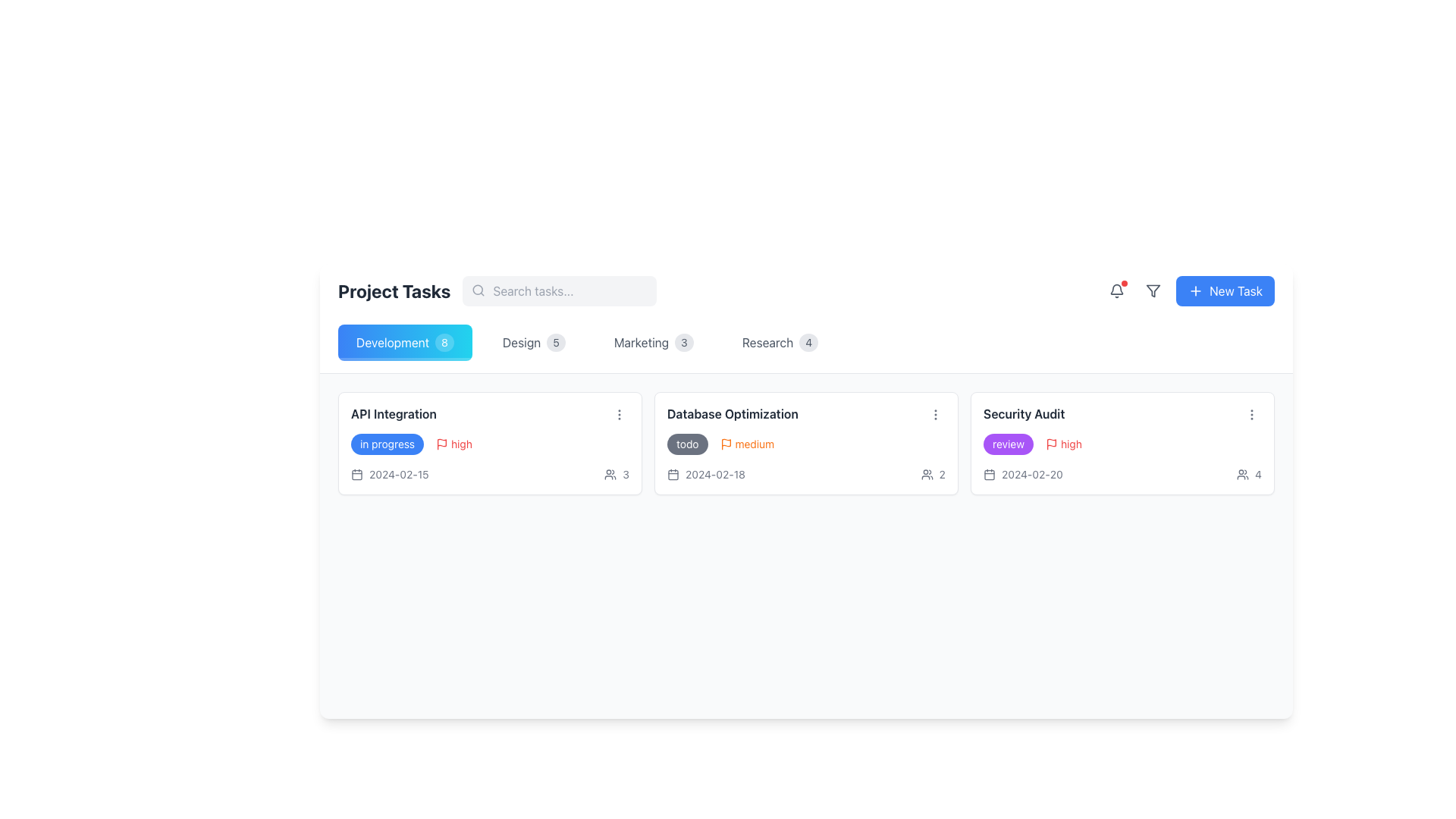 The width and height of the screenshot is (1456, 819). I want to click on the due date text with icon located in the lower section of the 'API Integration' project task card, situated to the right of the calendar icon and above the user counter, so click(390, 473).